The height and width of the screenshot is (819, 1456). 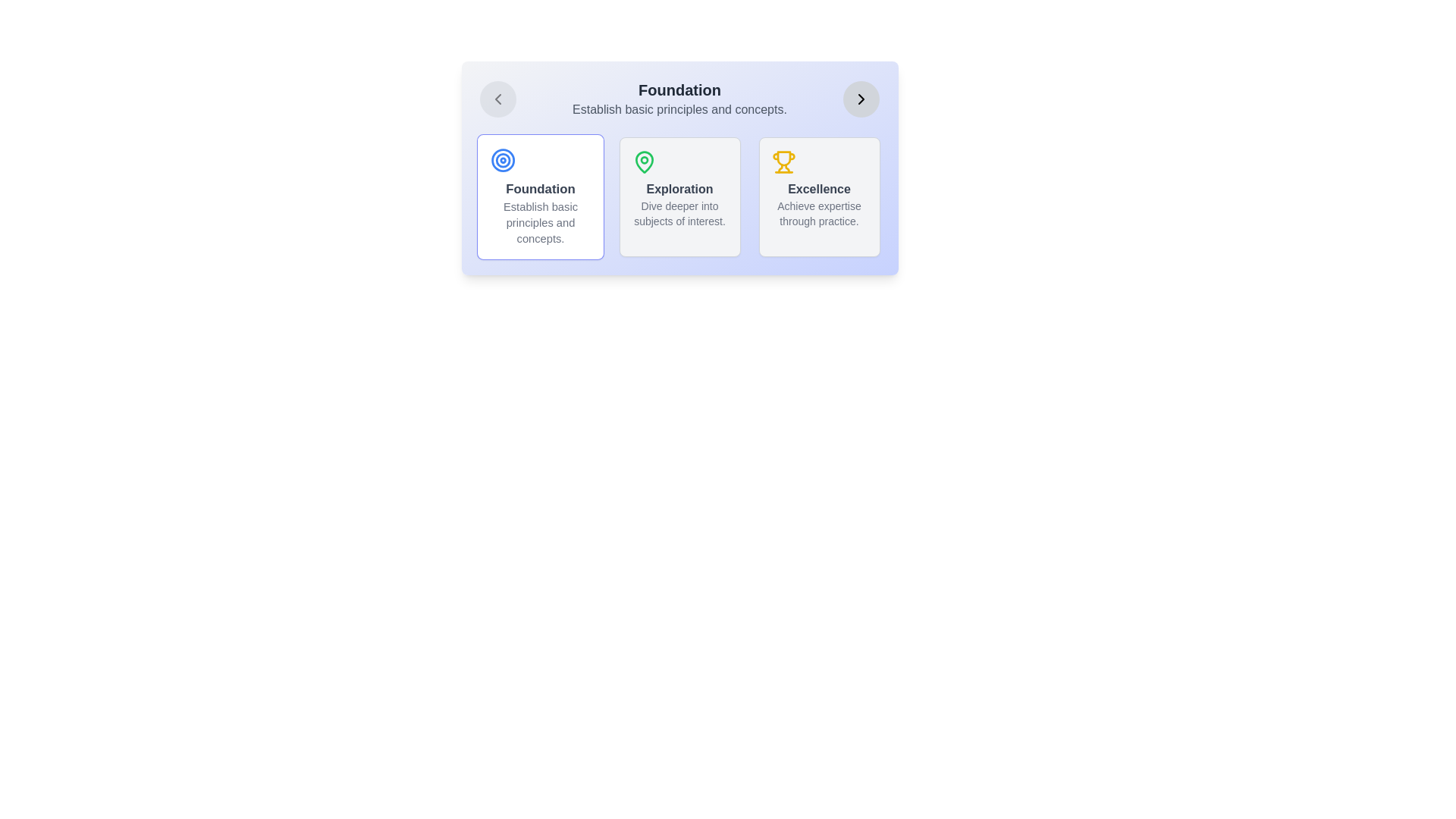 I want to click on the textual UI component that states 'Foundation' and its subtext 'Establish basic principles and concepts.', so click(x=679, y=99).